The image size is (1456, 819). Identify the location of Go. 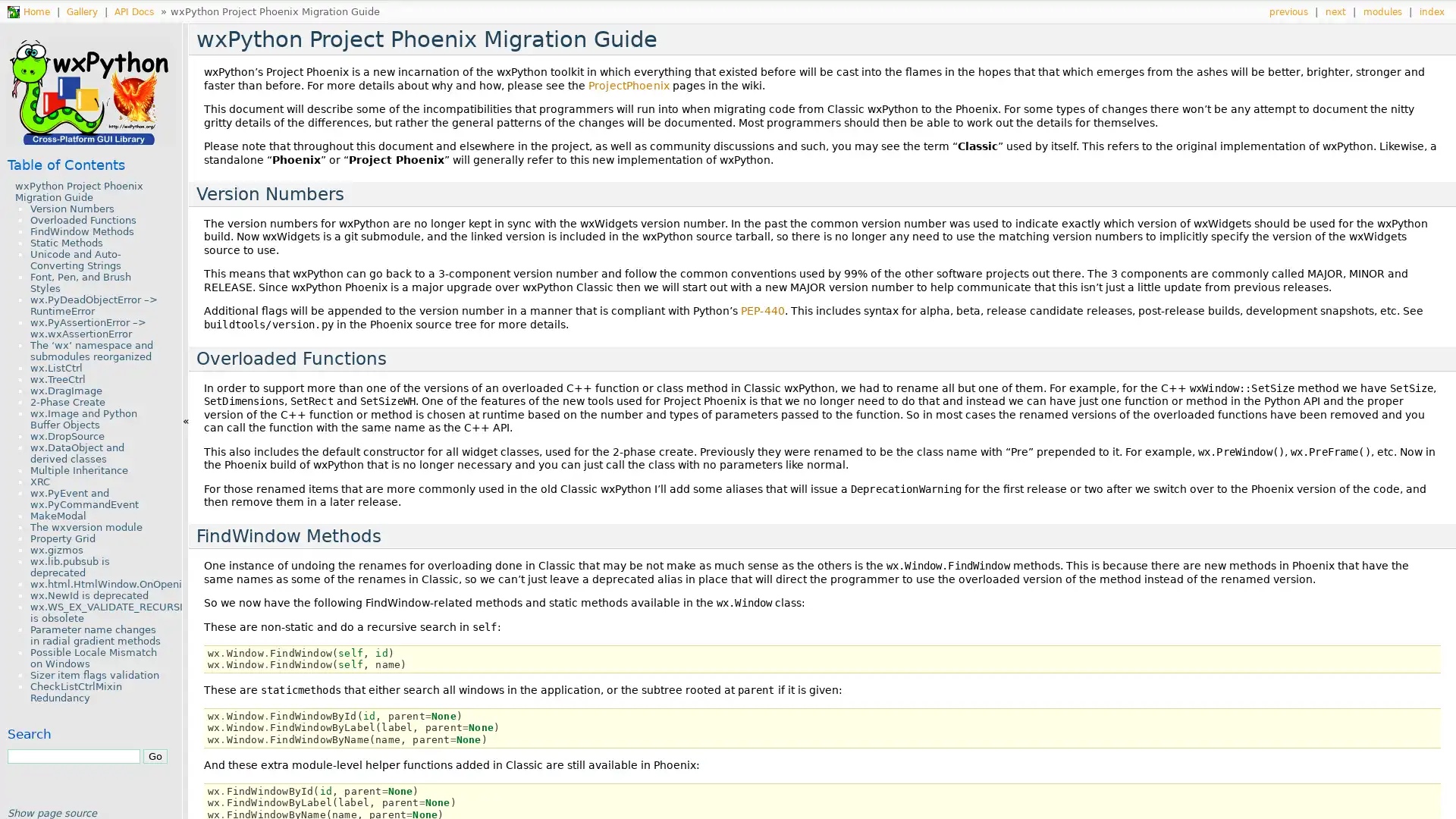
(155, 755).